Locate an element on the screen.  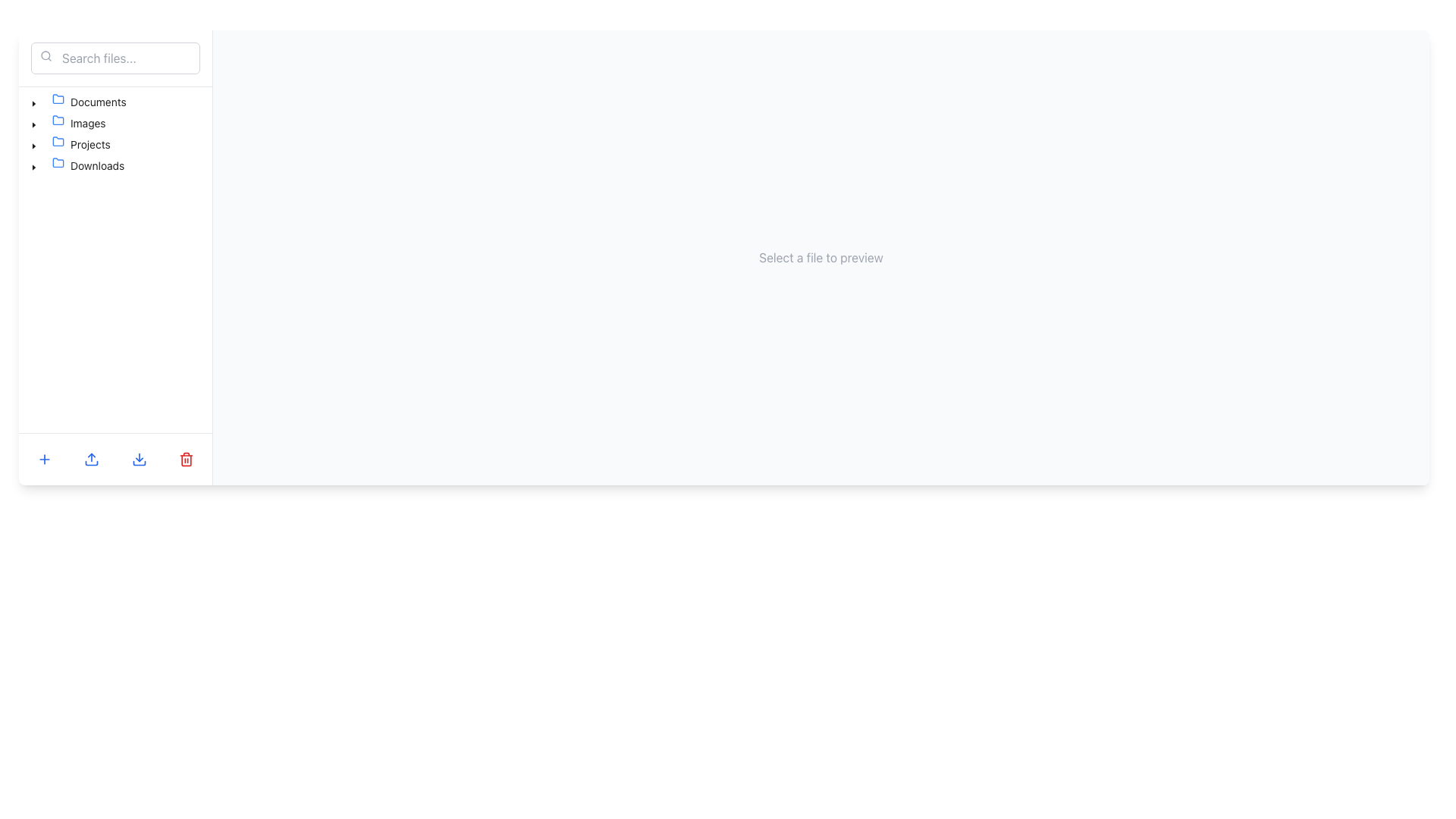
the Caret-down icon located next to the 'Downloads' folder label is located at coordinates (33, 167).